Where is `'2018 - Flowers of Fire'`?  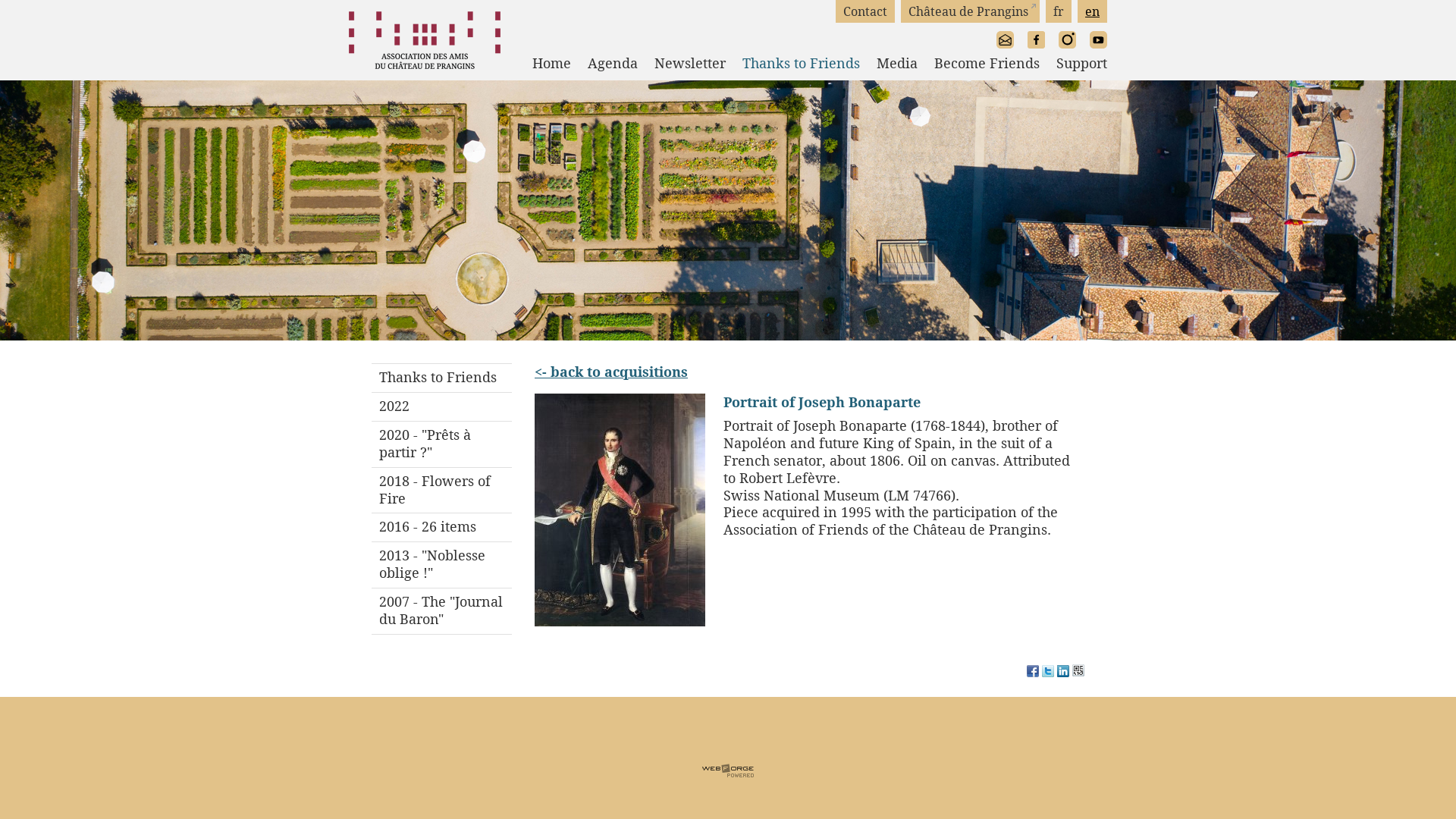 '2018 - Flowers of Fire' is located at coordinates (441, 490).